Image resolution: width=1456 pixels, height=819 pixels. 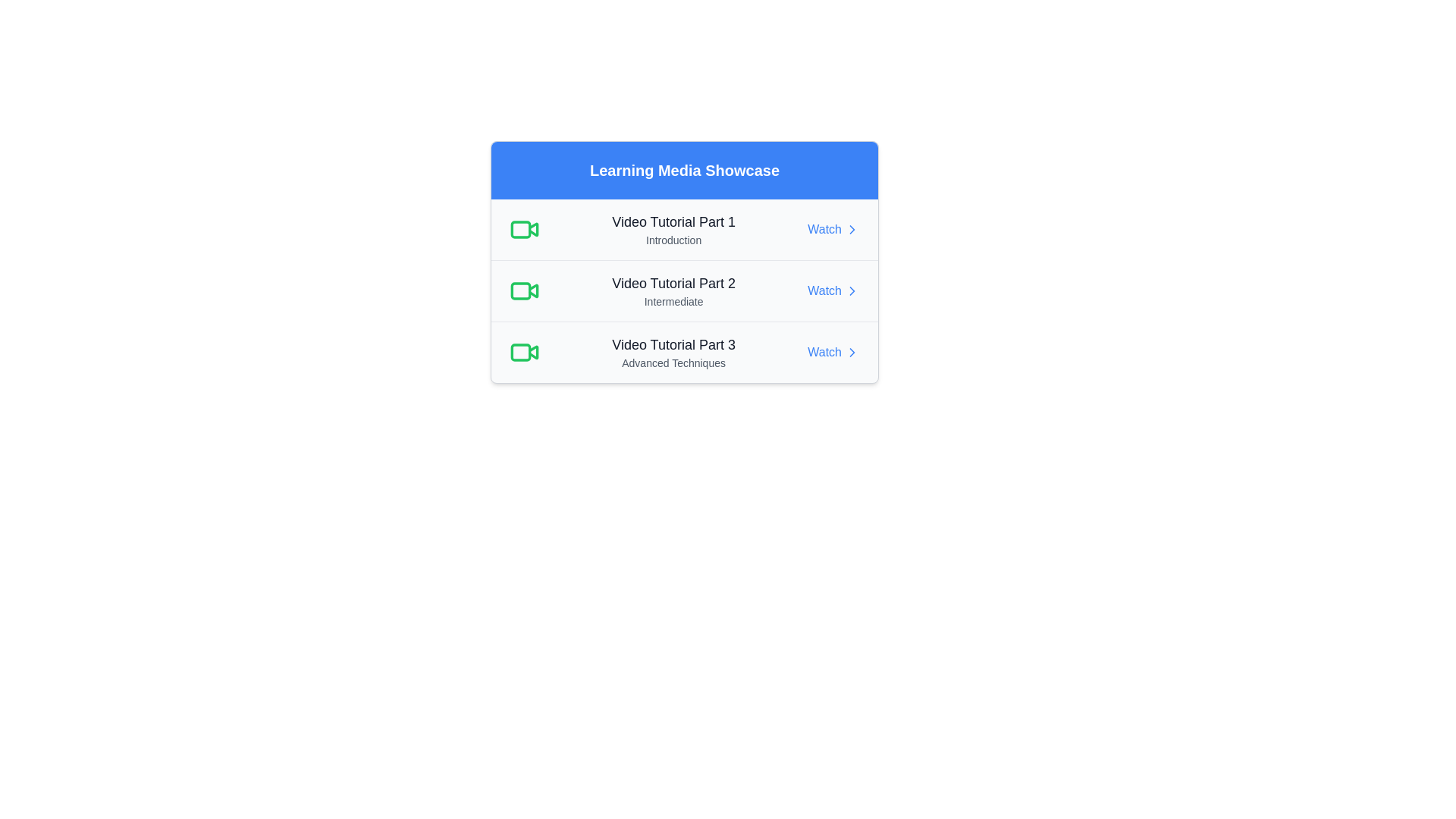 I want to click on the hyperlink with an accompanying icon located on the right side of the list item titled 'Video Tutorial Part 3', so click(x=833, y=353).